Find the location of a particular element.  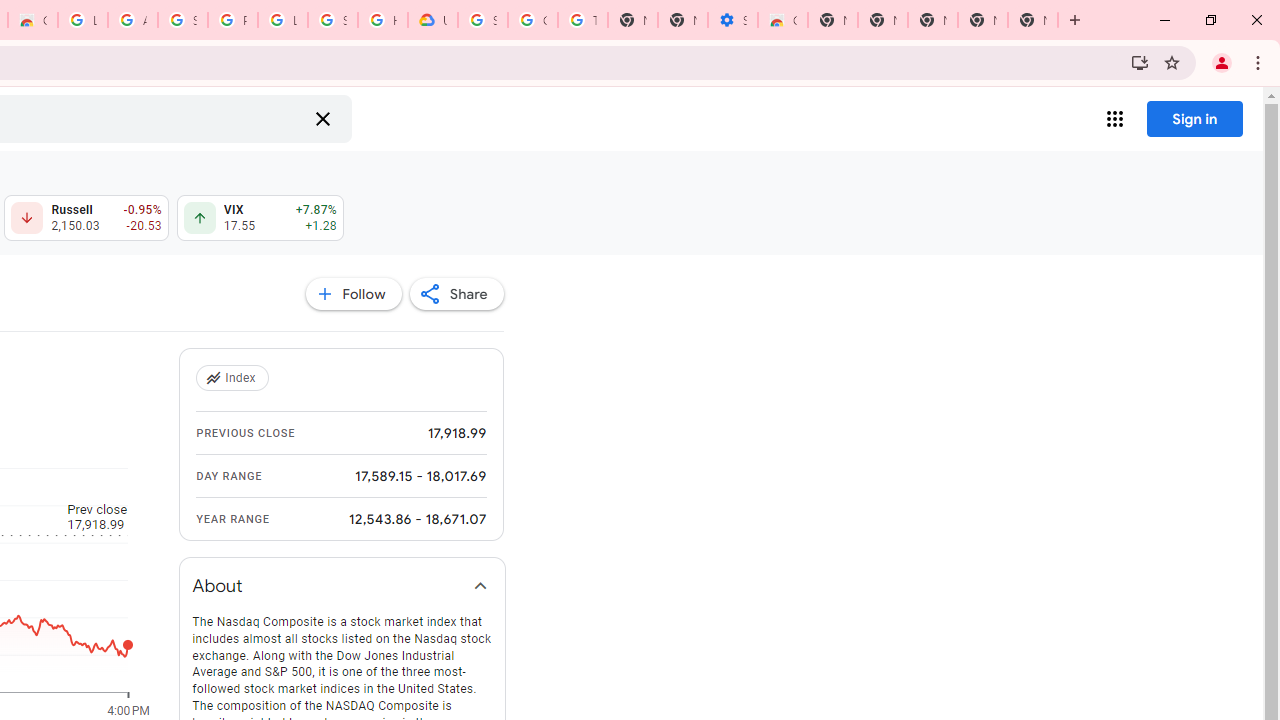

'Chrome Web Store - Accessibility extensions' is located at coordinates (781, 20).